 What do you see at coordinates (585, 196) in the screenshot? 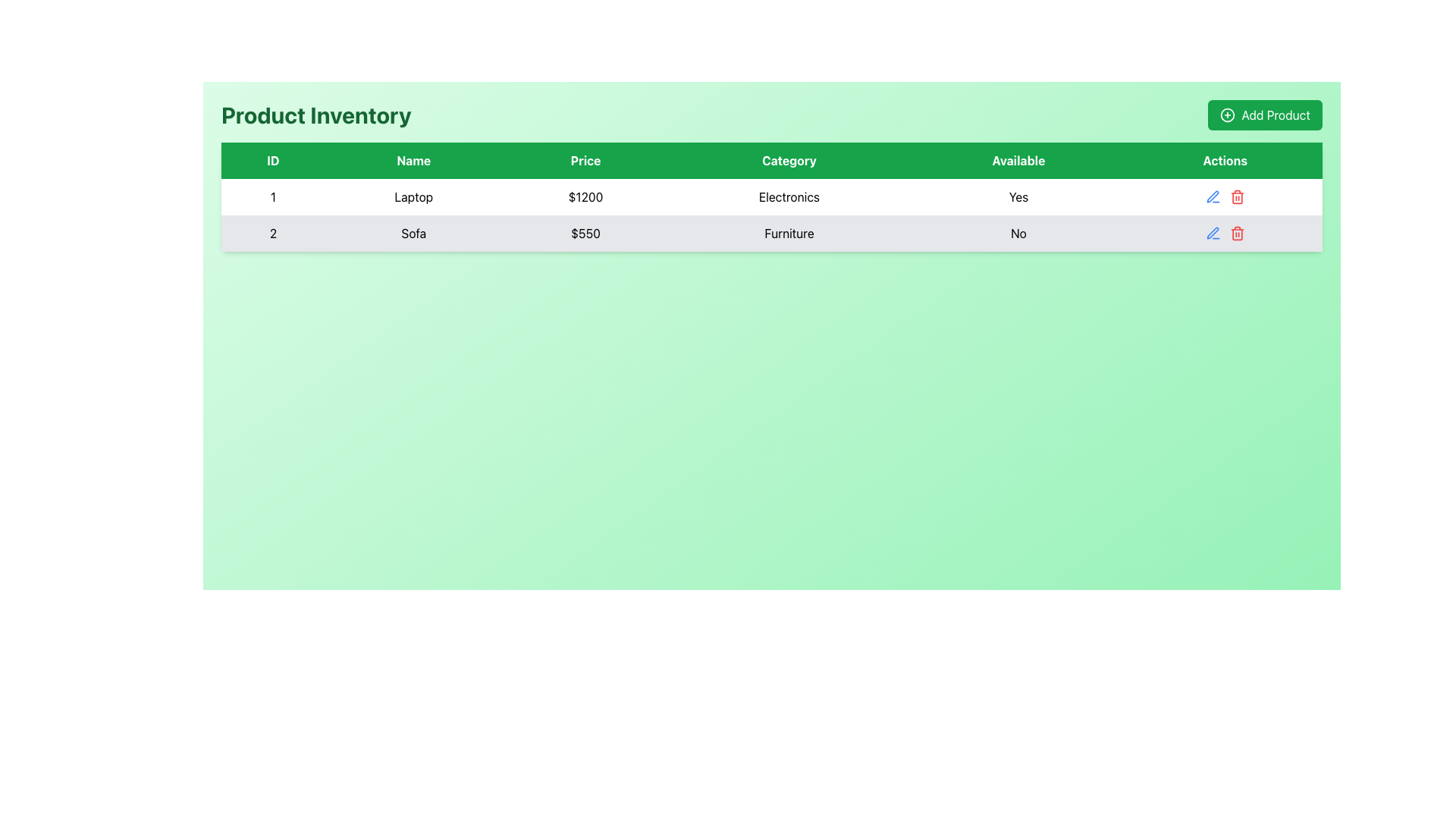
I see `price value from the static text element in the third column of the inventory table corresponding to 'Laptop'` at bounding box center [585, 196].